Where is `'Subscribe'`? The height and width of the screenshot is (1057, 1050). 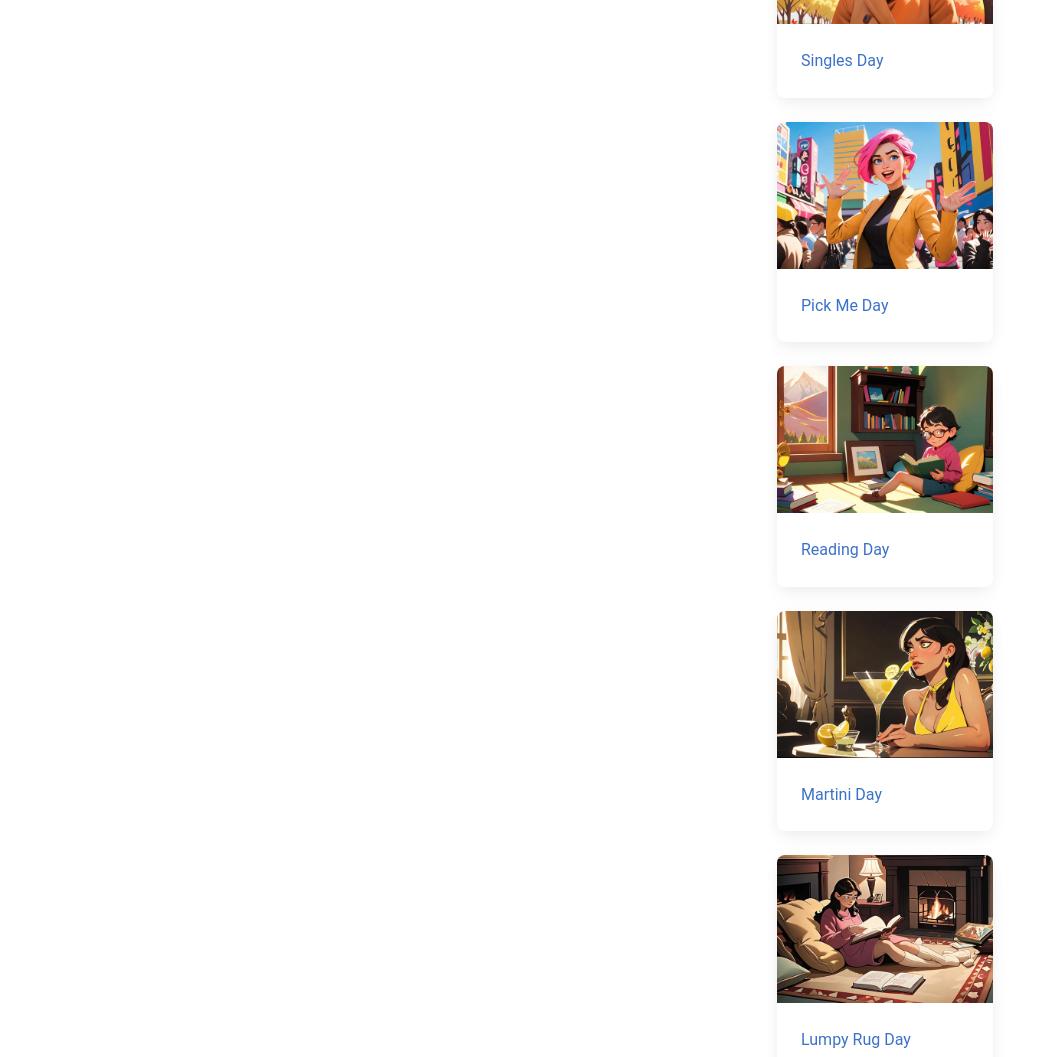
'Subscribe' is located at coordinates (124, 803).